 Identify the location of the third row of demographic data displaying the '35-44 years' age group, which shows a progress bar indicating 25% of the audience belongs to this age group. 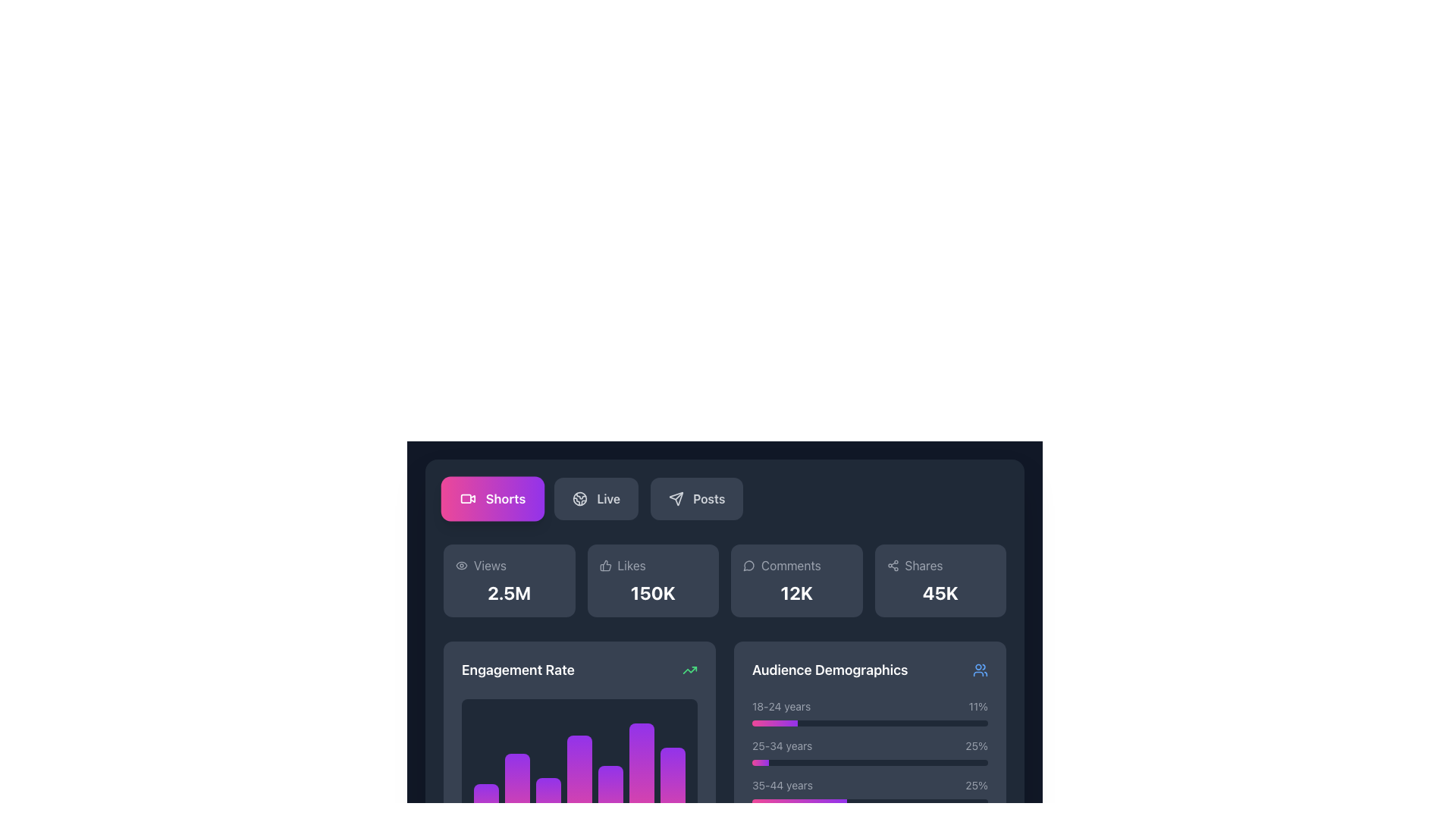
(870, 791).